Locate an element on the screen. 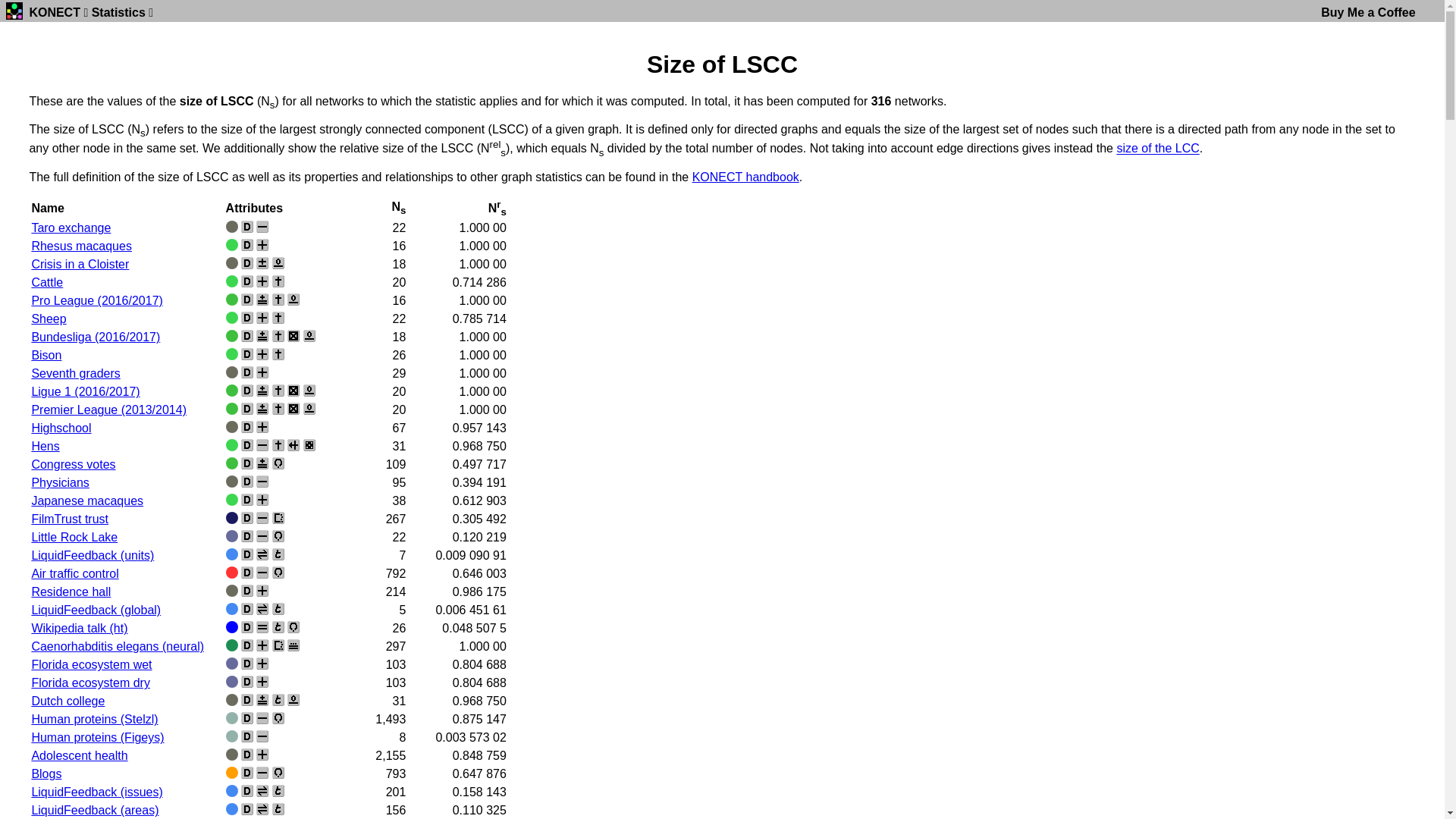 The width and height of the screenshot is (1456, 819). 'Congress votes' is located at coordinates (72, 463).